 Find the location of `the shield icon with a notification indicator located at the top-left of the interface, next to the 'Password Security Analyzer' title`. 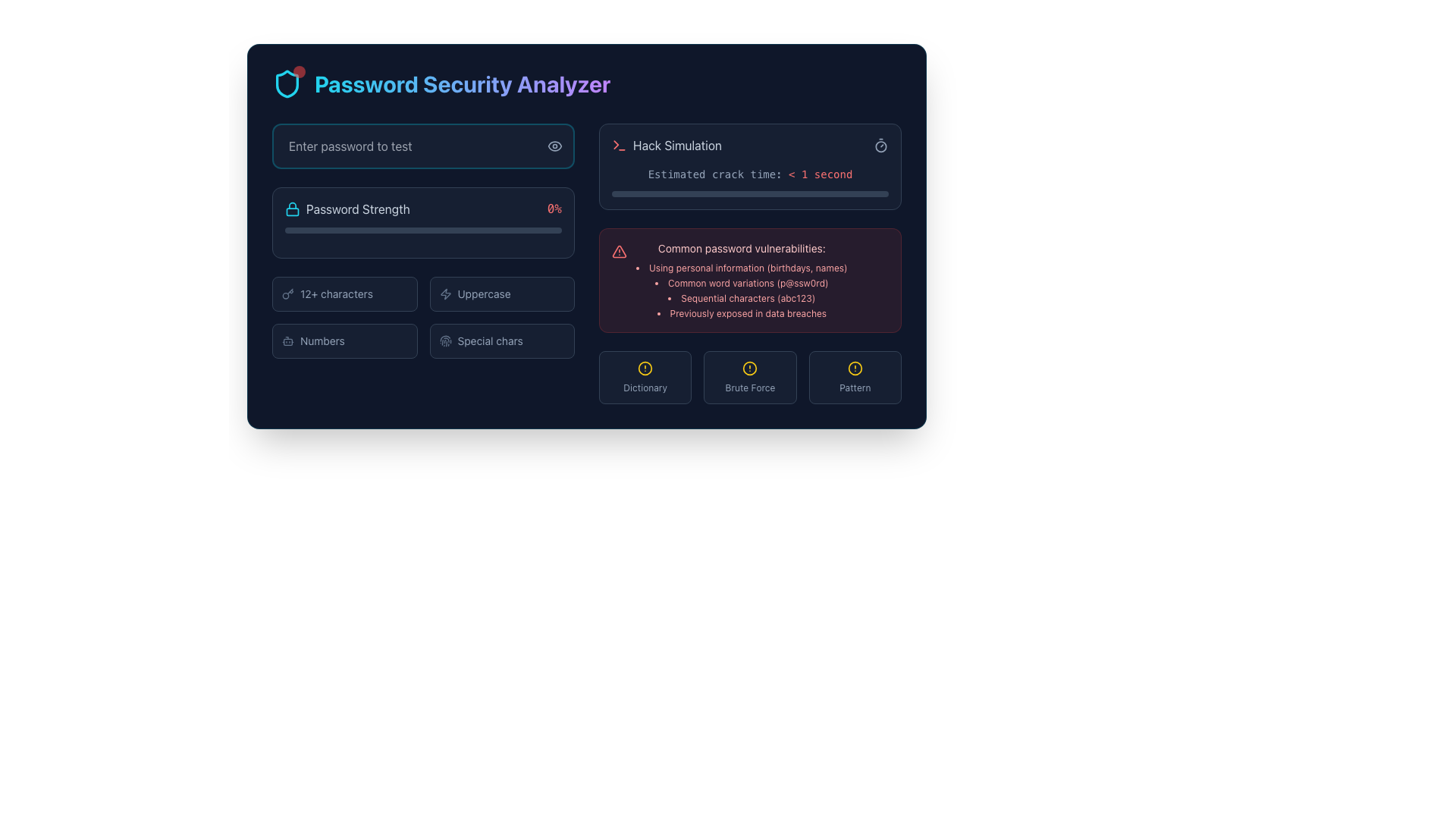

the shield icon with a notification indicator located at the top-left of the interface, next to the 'Password Security Analyzer' title is located at coordinates (287, 84).